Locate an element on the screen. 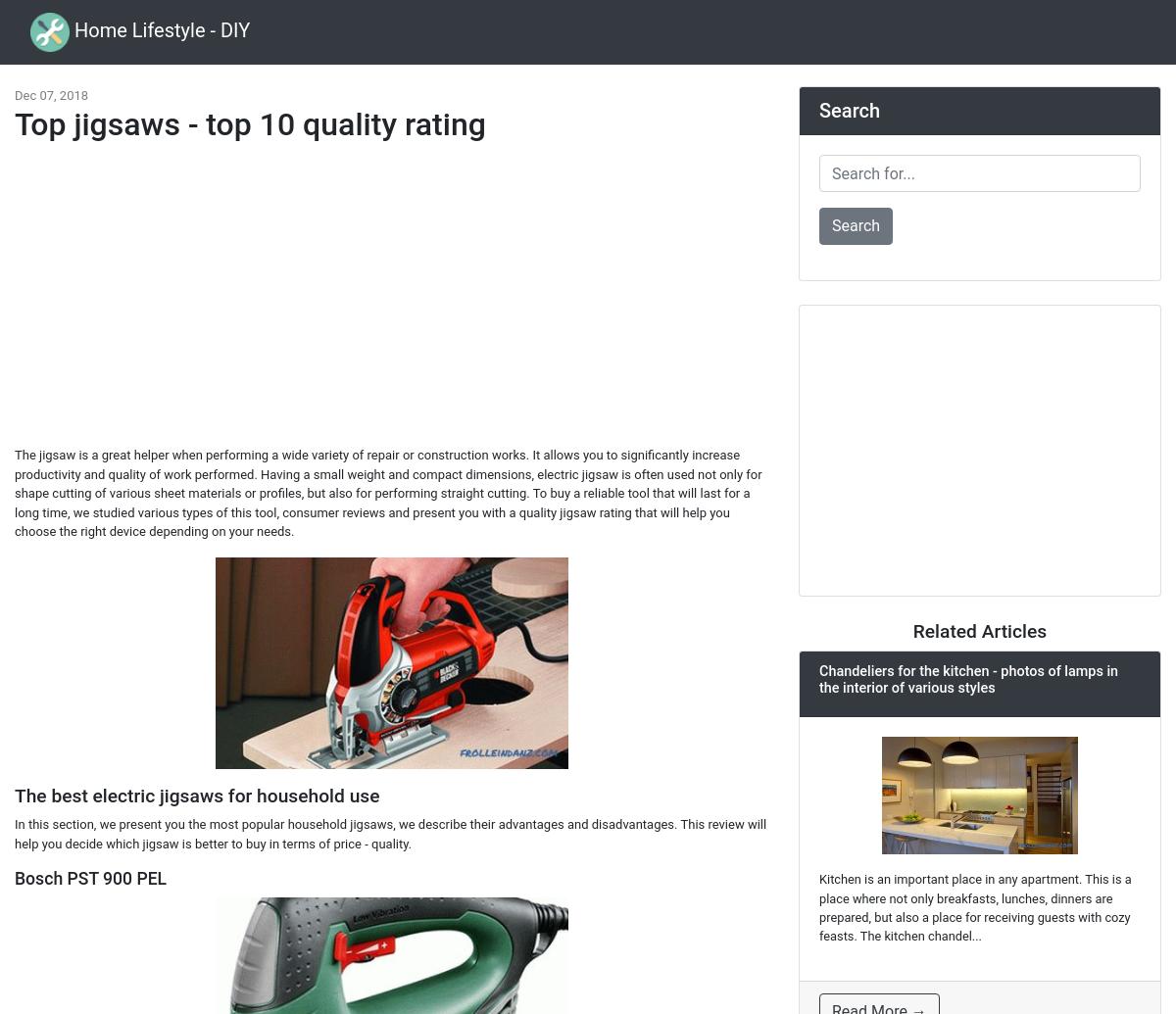  'Kitchen is an important place in any apartment. This is a place where not only breakfasts, lunches, dinners are prepared, but also a place for receiving guests with cozy feasts. The kitchen chandel...' is located at coordinates (975, 906).